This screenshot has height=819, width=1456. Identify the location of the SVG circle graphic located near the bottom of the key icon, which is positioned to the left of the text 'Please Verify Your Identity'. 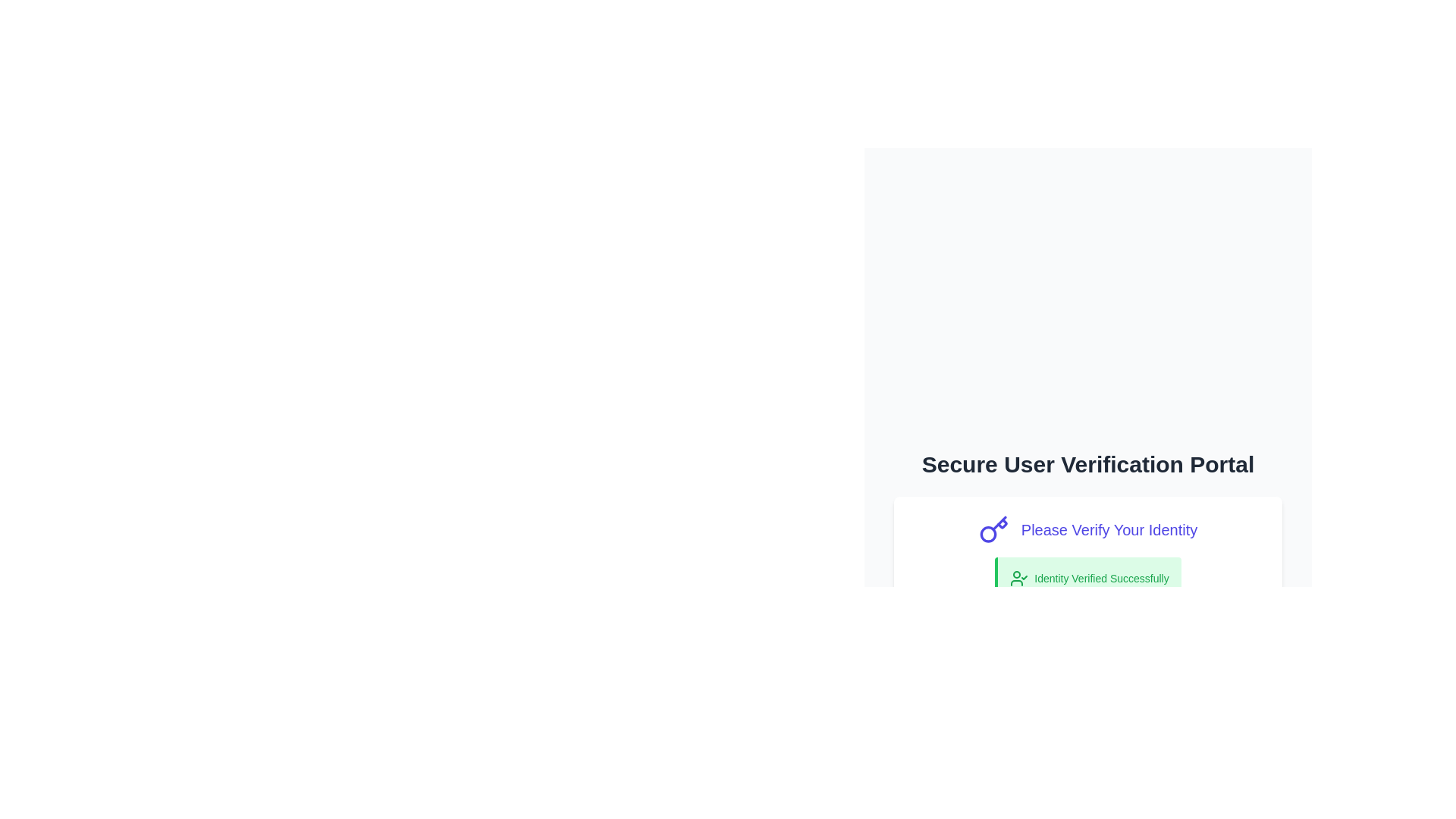
(988, 533).